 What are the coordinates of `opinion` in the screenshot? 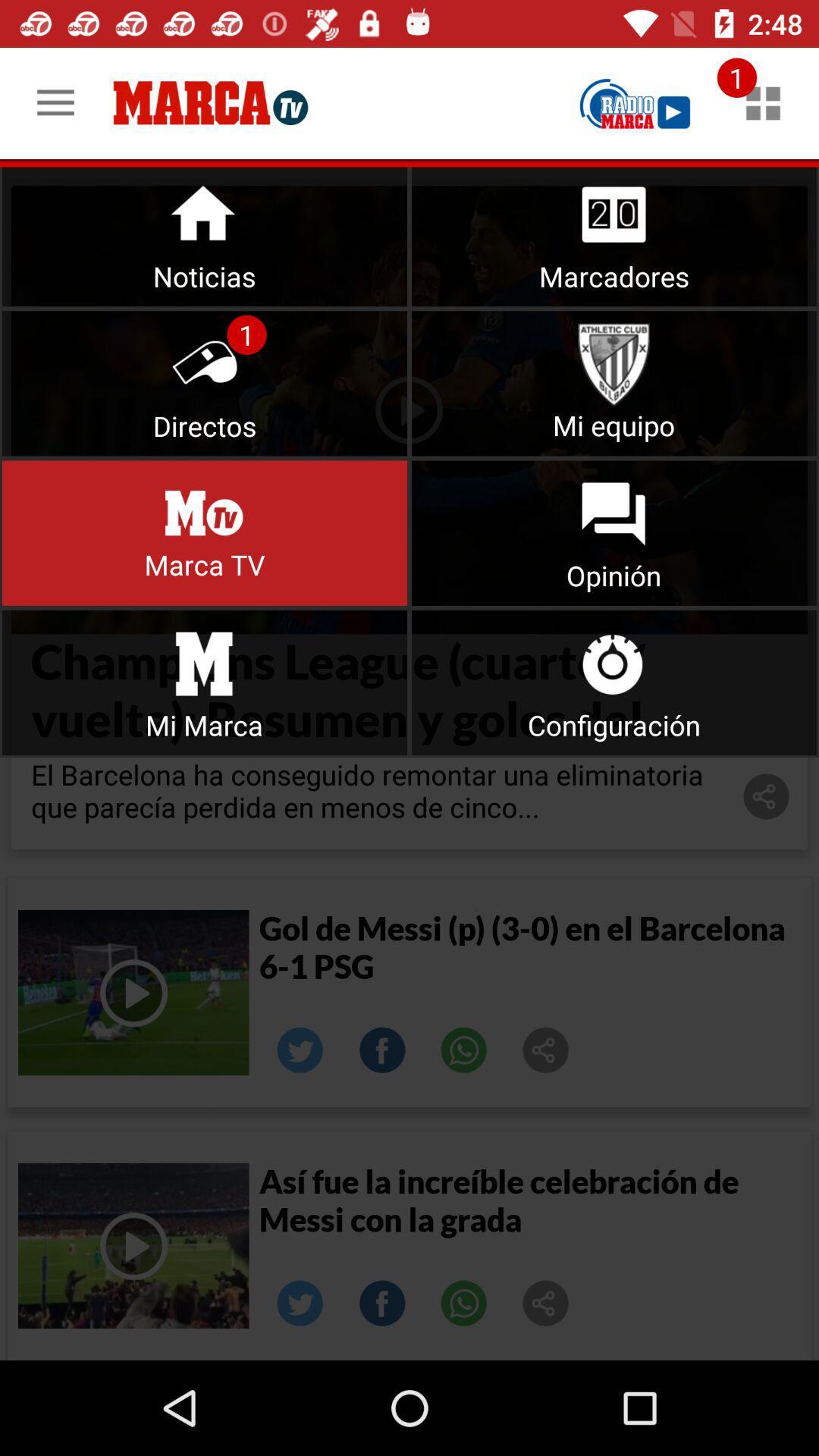 It's located at (614, 533).